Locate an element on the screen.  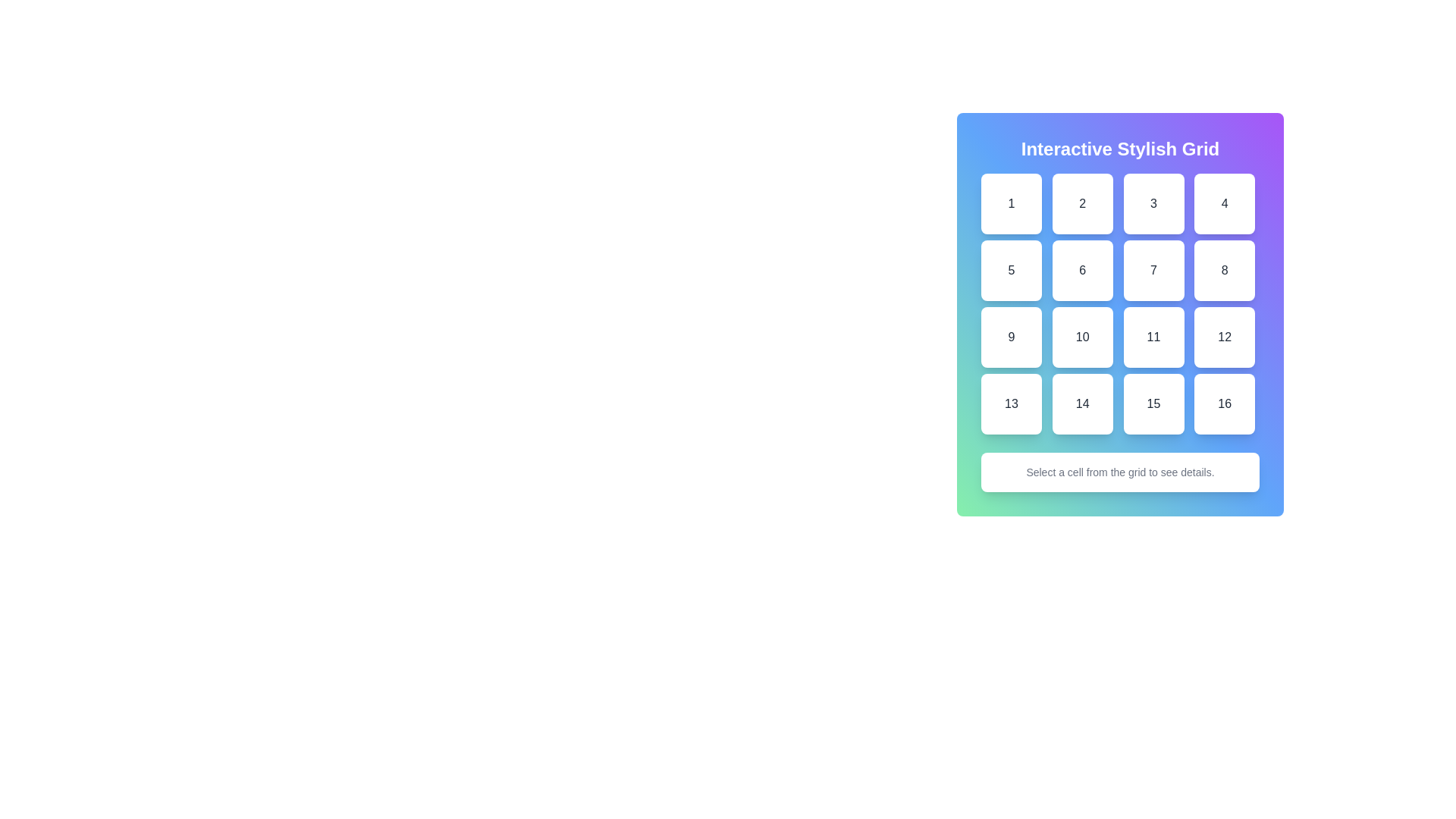
the button labeled '10' in the third row and second column of the grid to observe the hover effect is located at coordinates (1081, 336).